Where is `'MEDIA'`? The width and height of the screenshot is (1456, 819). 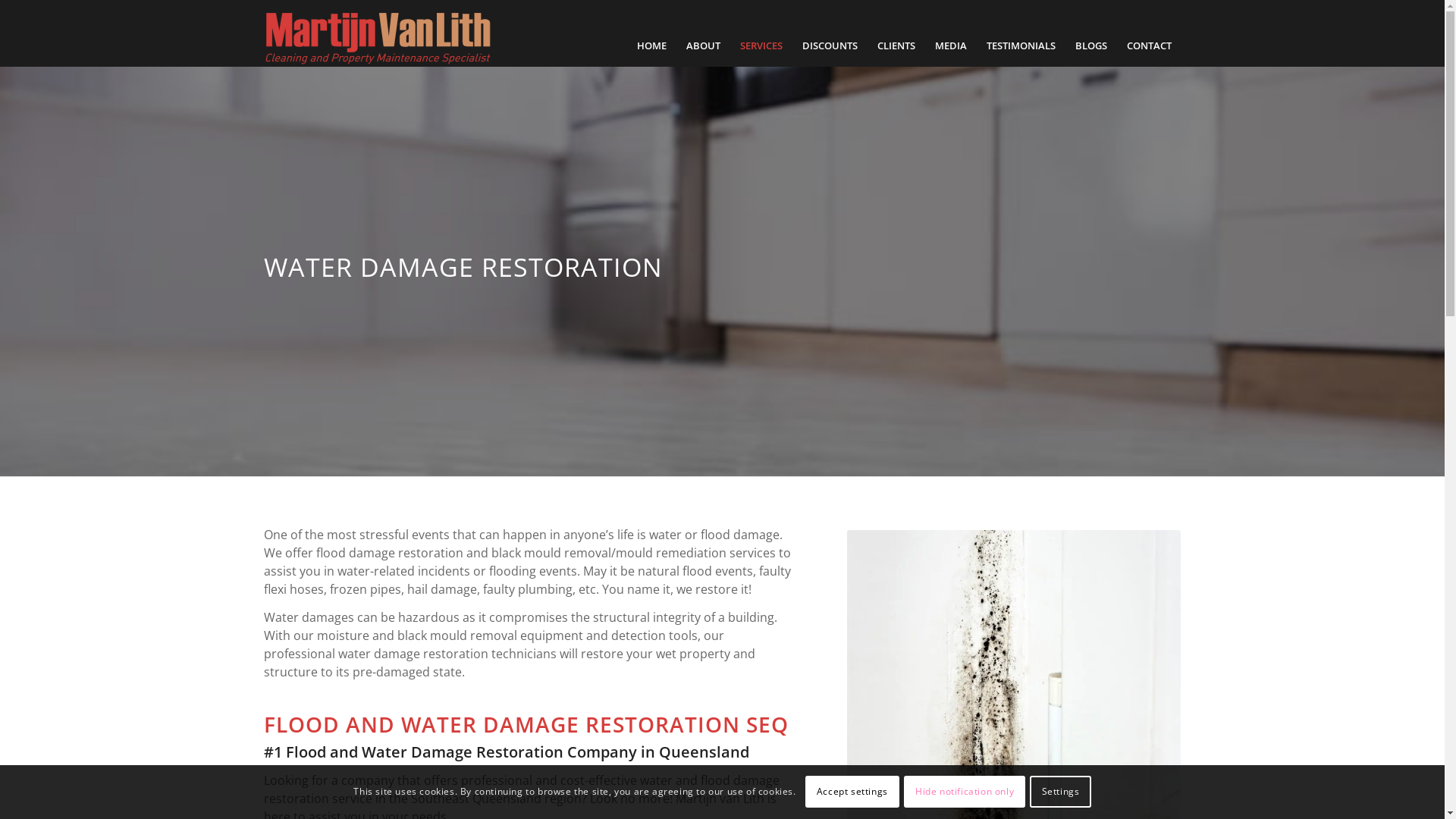 'MEDIA' is located at coordinates (949, 45).